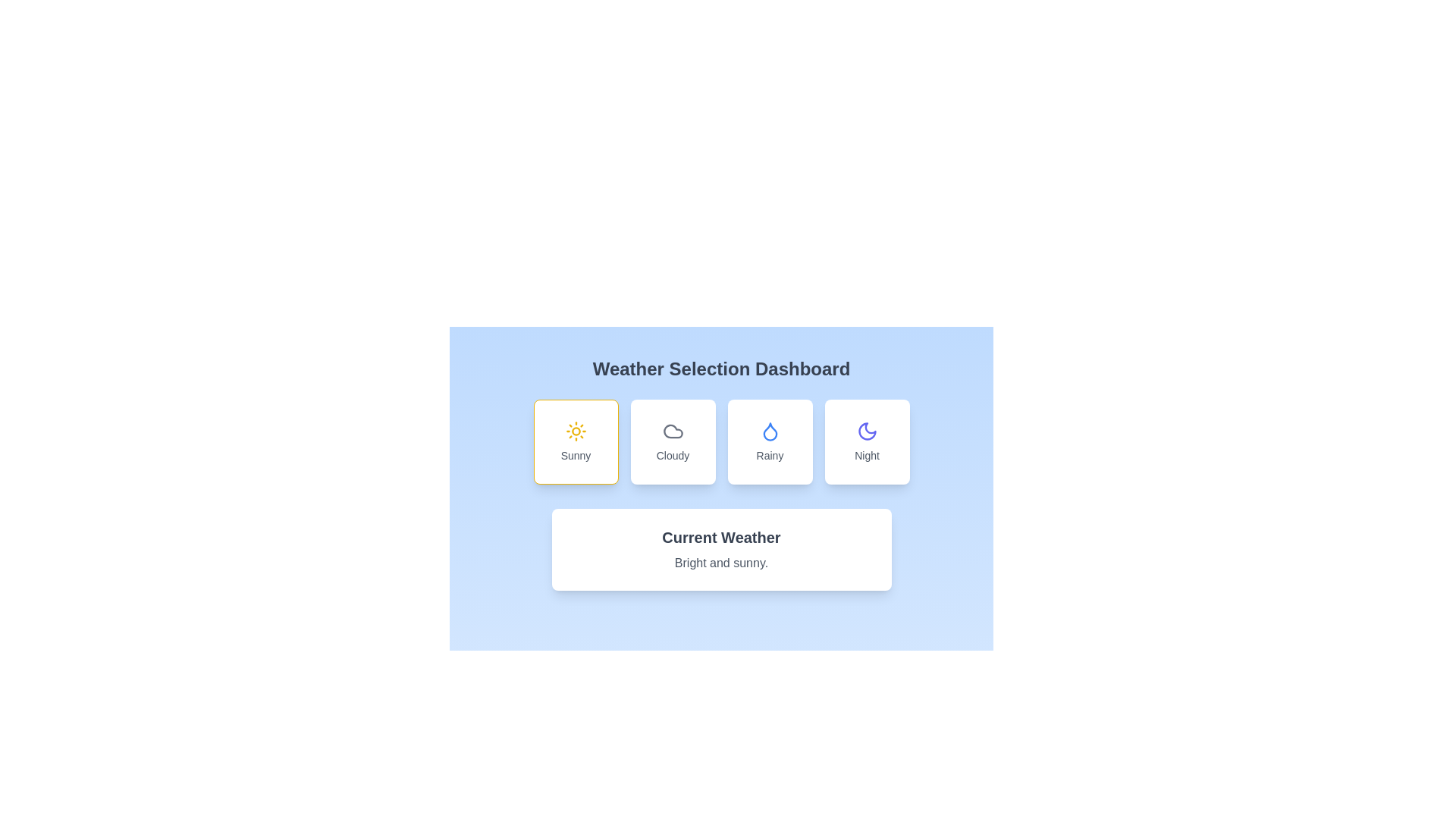  What do you see at coordinates (770, 431) in the screenshot?
I see `the blue drop-like icon representing the 'Rainy' option in the Weather Selection Dashboard` at bounding box center [770, 431].